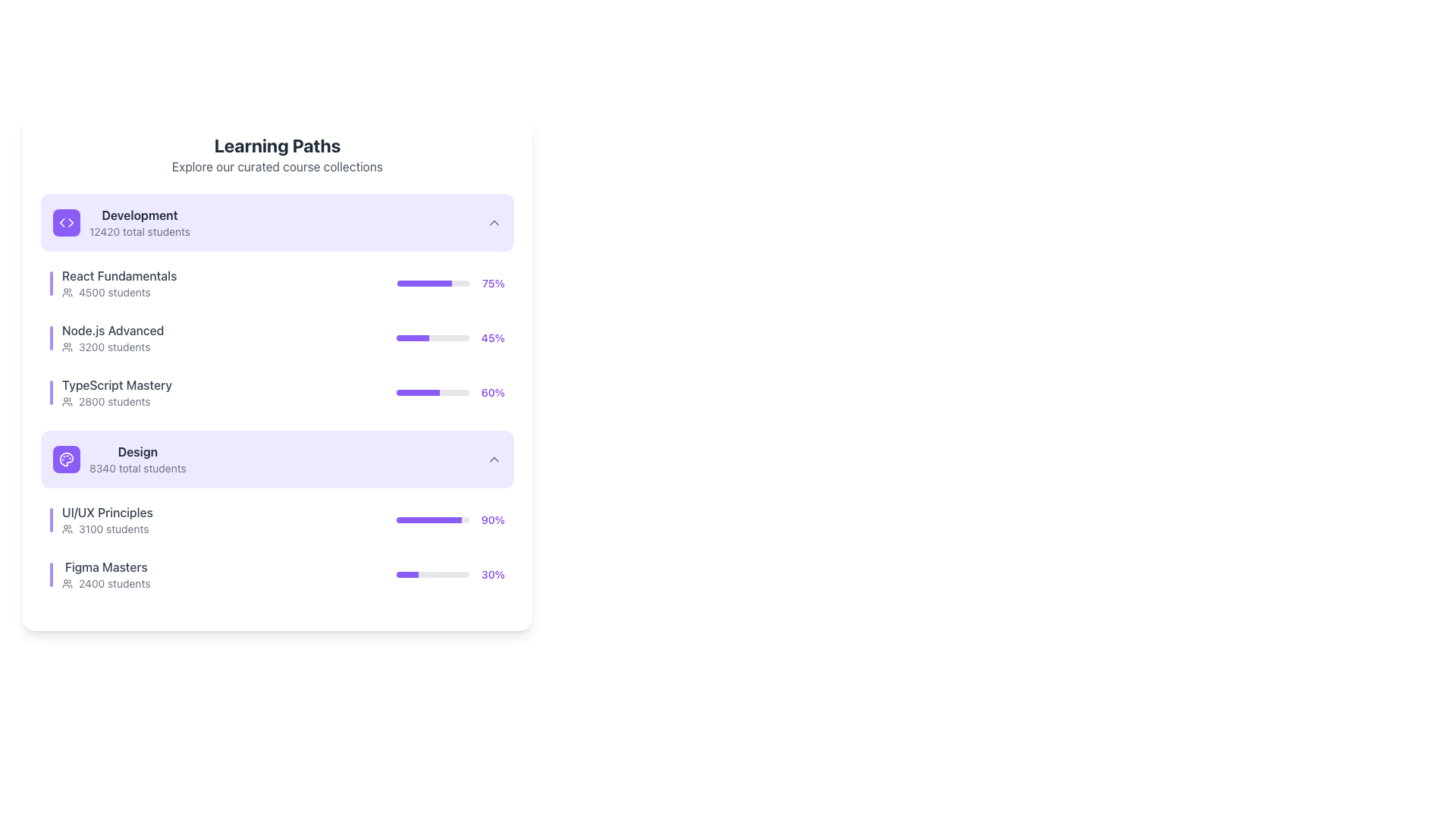  I want to click on the information of the 'Students' text element associated with the 'Figma Masters' course, located below the course title in the 'Design' section, so click(105, 583).